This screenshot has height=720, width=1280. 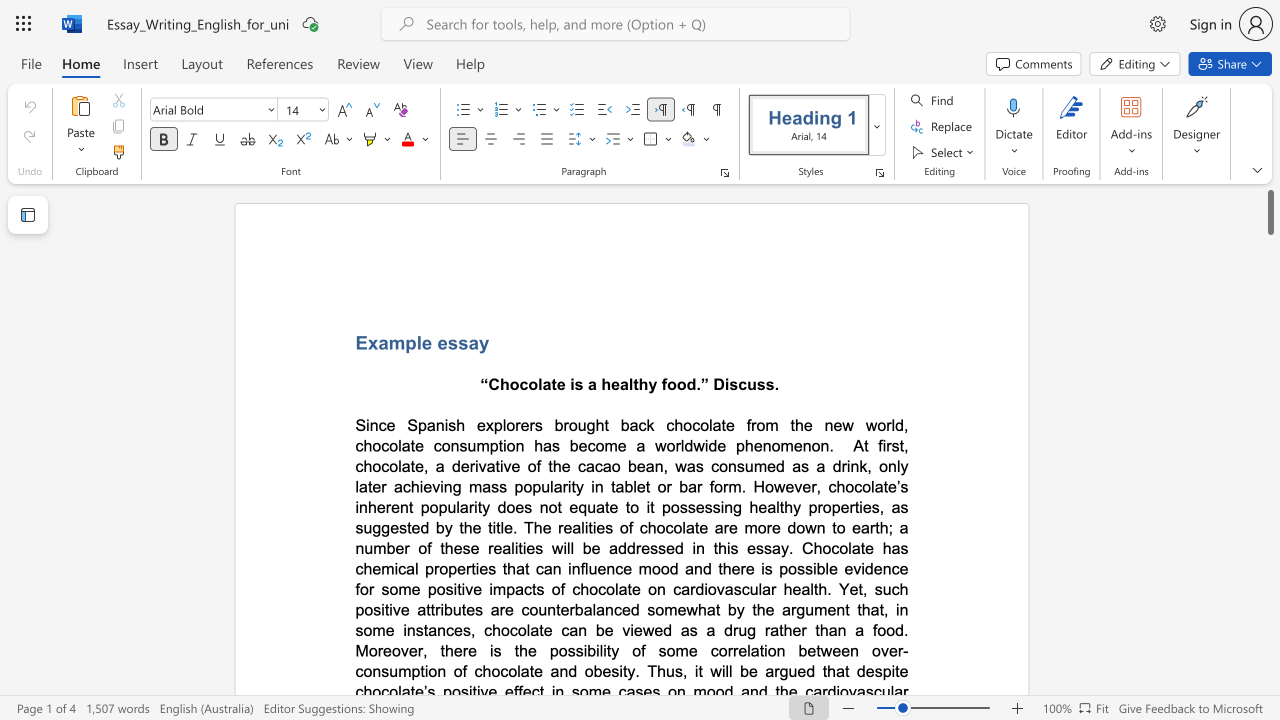 What do you see at coordinates (1269, 400) in the screenshot?
I see `the scrollbar on the side` at bounding box center [1269, 400].